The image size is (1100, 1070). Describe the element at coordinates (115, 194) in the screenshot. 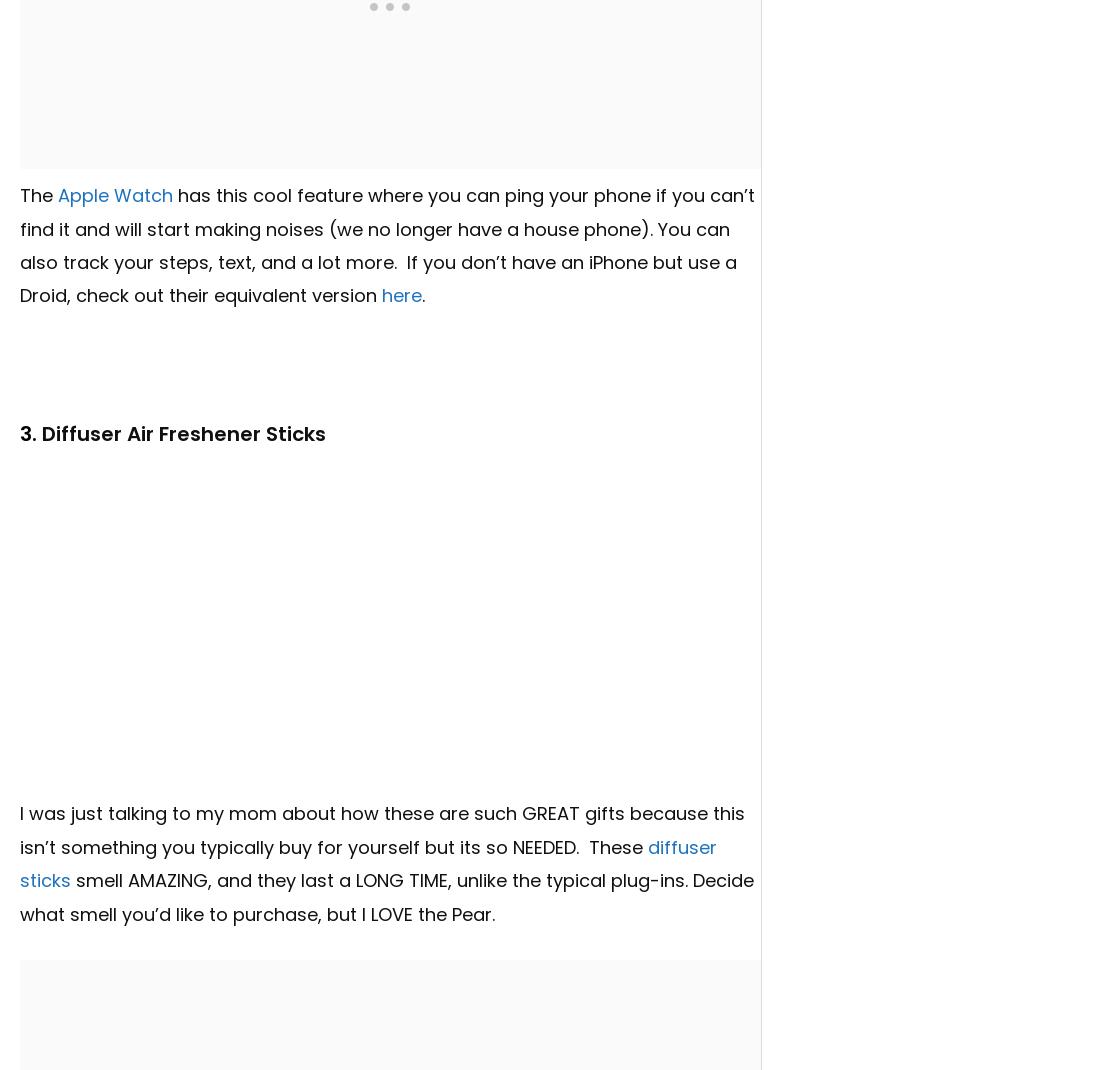

I see `'Apple Watch'` at that location.